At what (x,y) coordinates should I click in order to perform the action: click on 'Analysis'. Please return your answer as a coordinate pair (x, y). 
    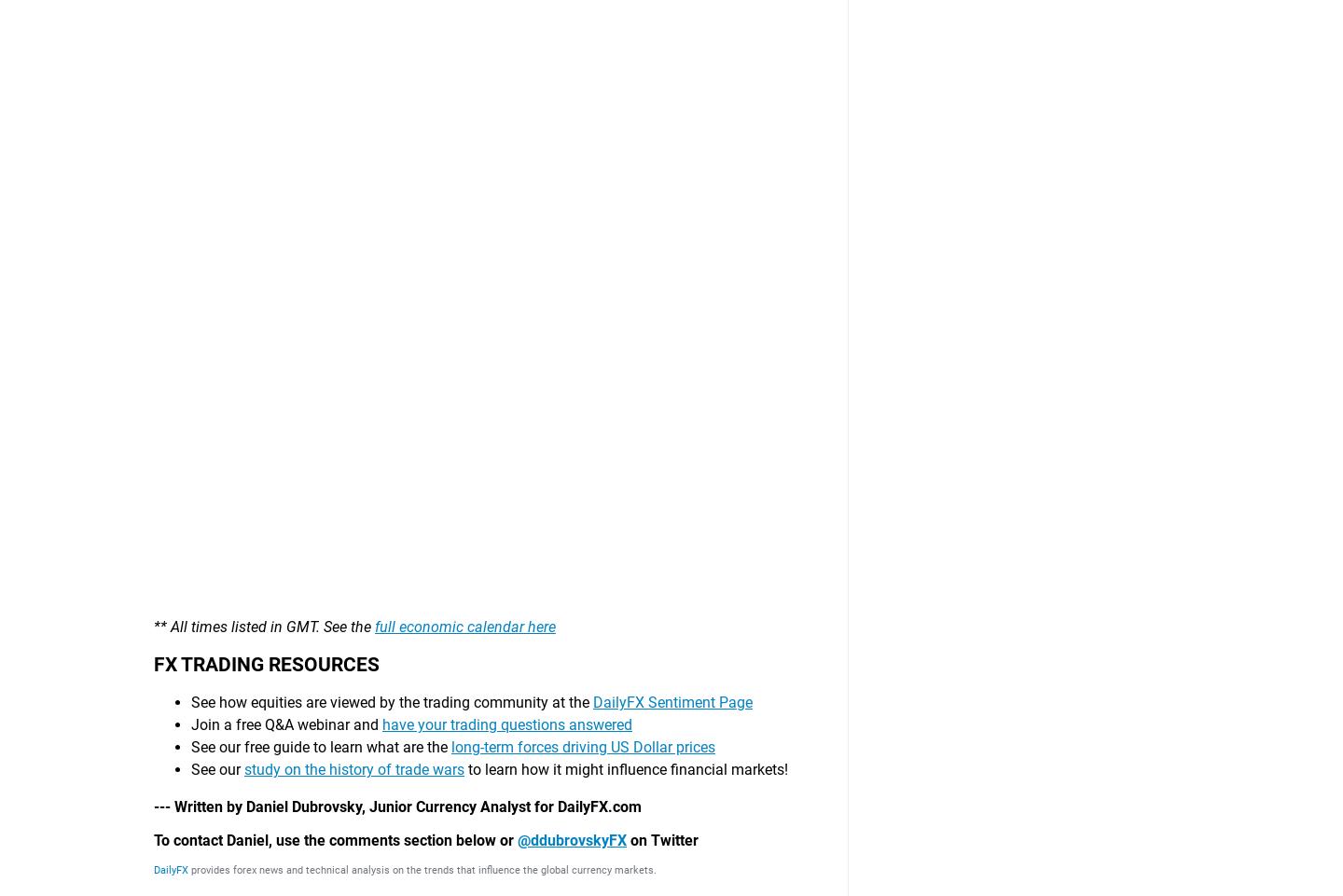
    Looking at the image, I should click on (530, 680).